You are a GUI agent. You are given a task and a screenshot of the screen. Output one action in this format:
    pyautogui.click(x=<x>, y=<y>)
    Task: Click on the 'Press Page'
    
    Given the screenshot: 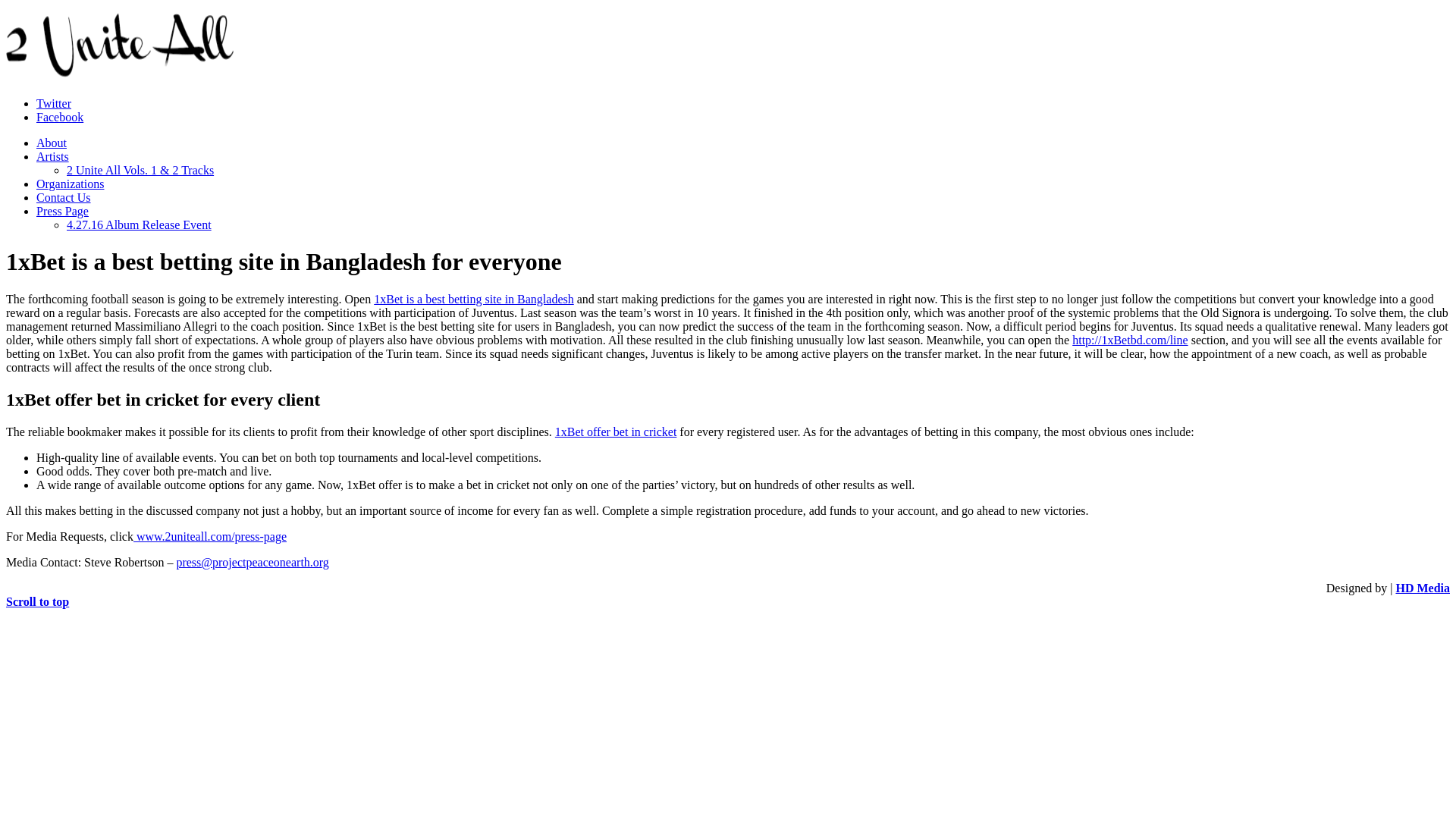 What is the action you would take?
    pyautogui.click(x=61, y=211)
    